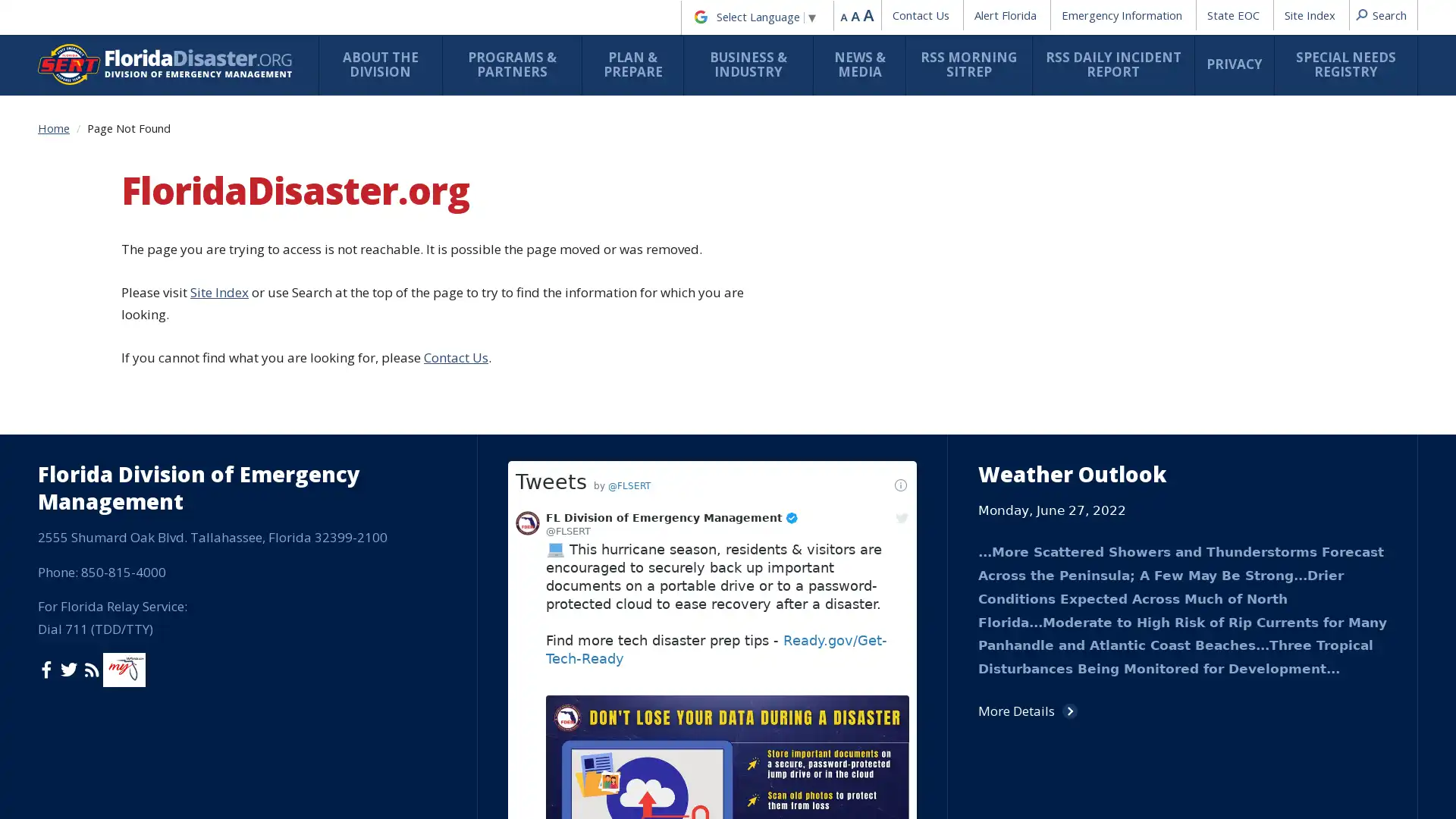 This screenshot has height=819, width=1456. I want to click on Toggle More, so click(455, 425).